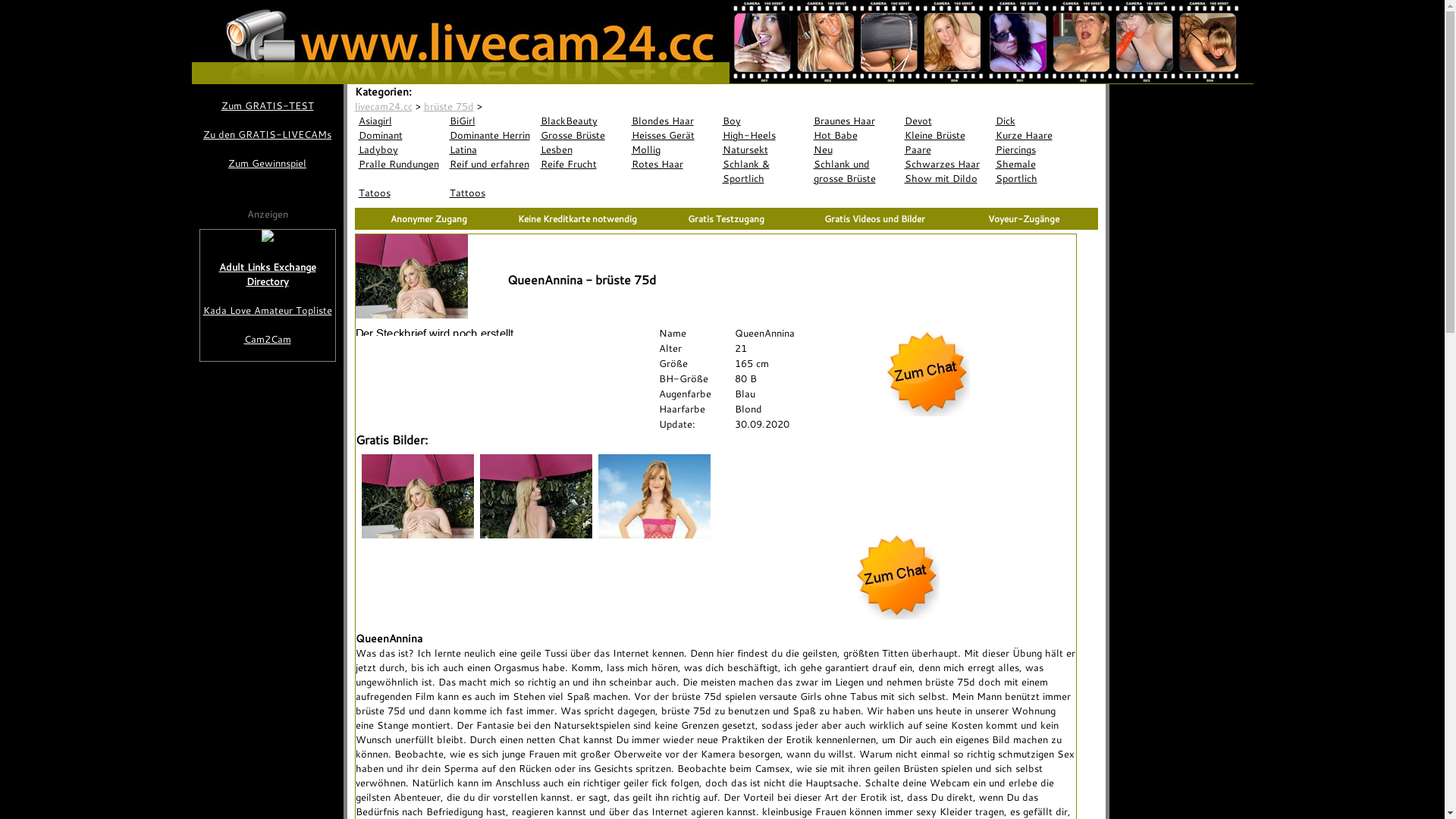  What do you see at coordinates (268, 338) in the screenshot?
I see `'Cam2Cam'` at bounding box center [268, 338].